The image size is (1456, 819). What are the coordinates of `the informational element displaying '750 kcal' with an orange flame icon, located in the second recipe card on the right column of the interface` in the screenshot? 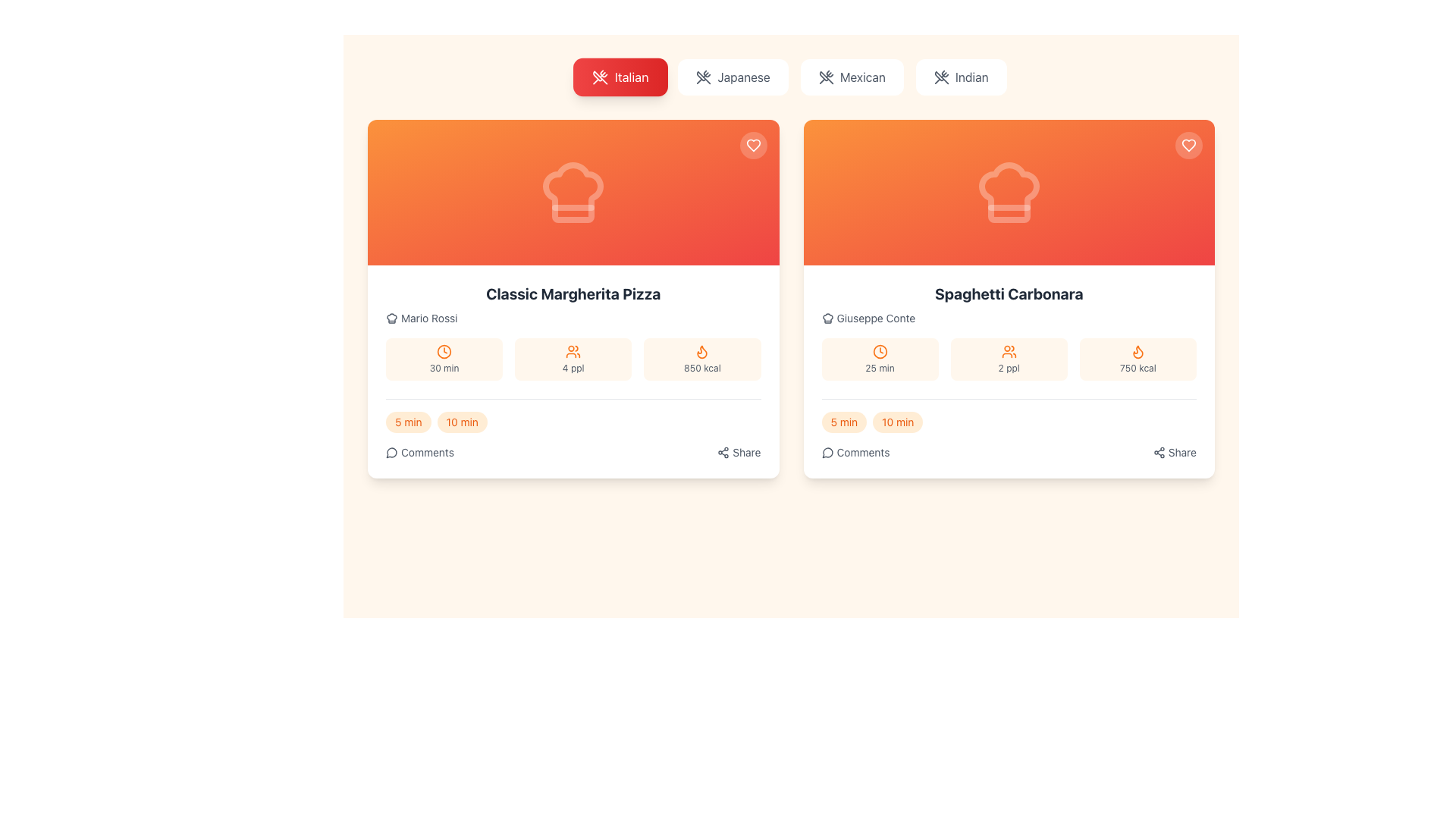 It's located at (1137, 359).